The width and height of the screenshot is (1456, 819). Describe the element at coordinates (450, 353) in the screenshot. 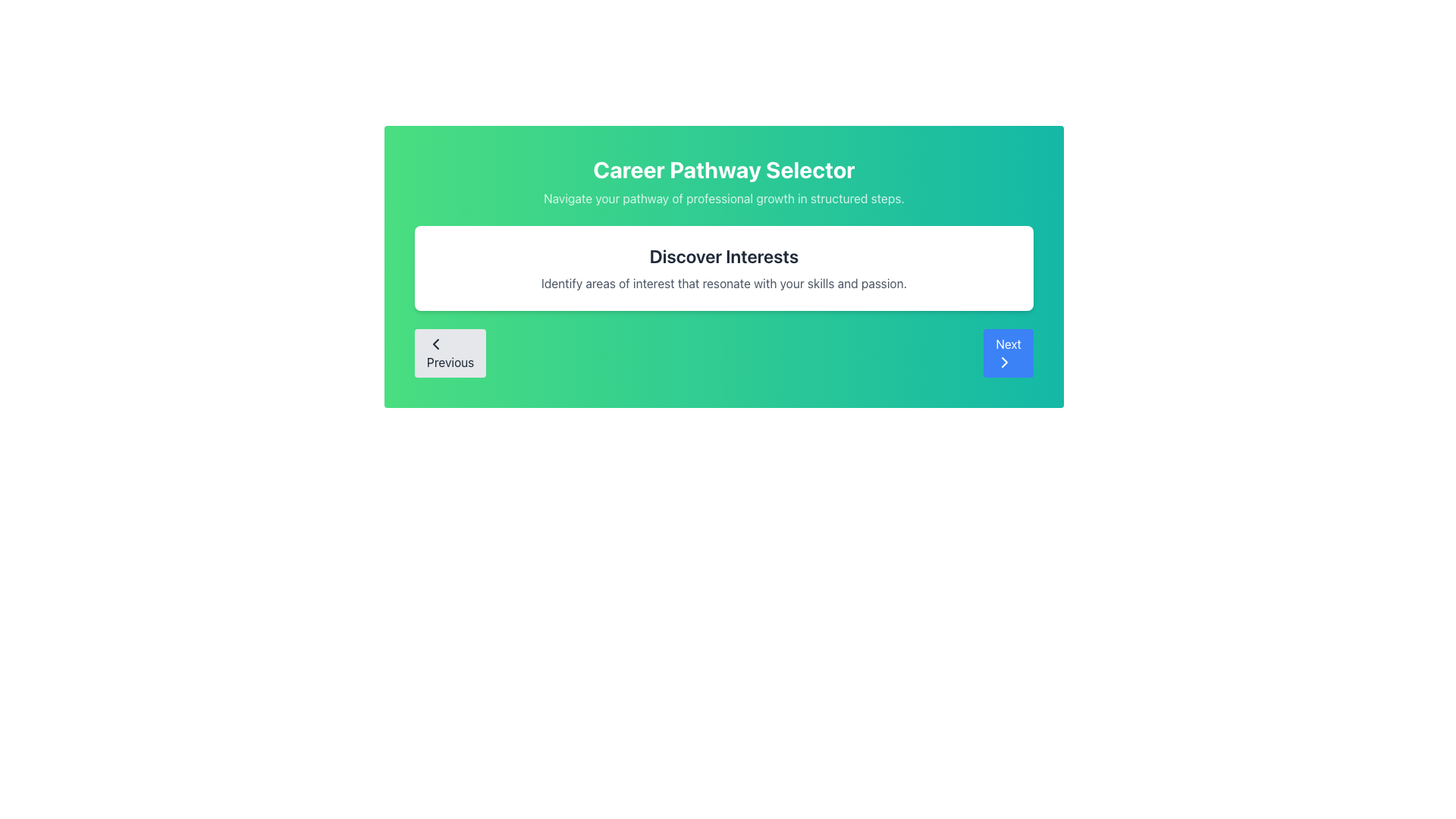

I see `the 'Previous' button, which is a rectangular button with a light gray background and rounded corners, containing a left-facing chevron icon and the text 'Previous'` at that location.